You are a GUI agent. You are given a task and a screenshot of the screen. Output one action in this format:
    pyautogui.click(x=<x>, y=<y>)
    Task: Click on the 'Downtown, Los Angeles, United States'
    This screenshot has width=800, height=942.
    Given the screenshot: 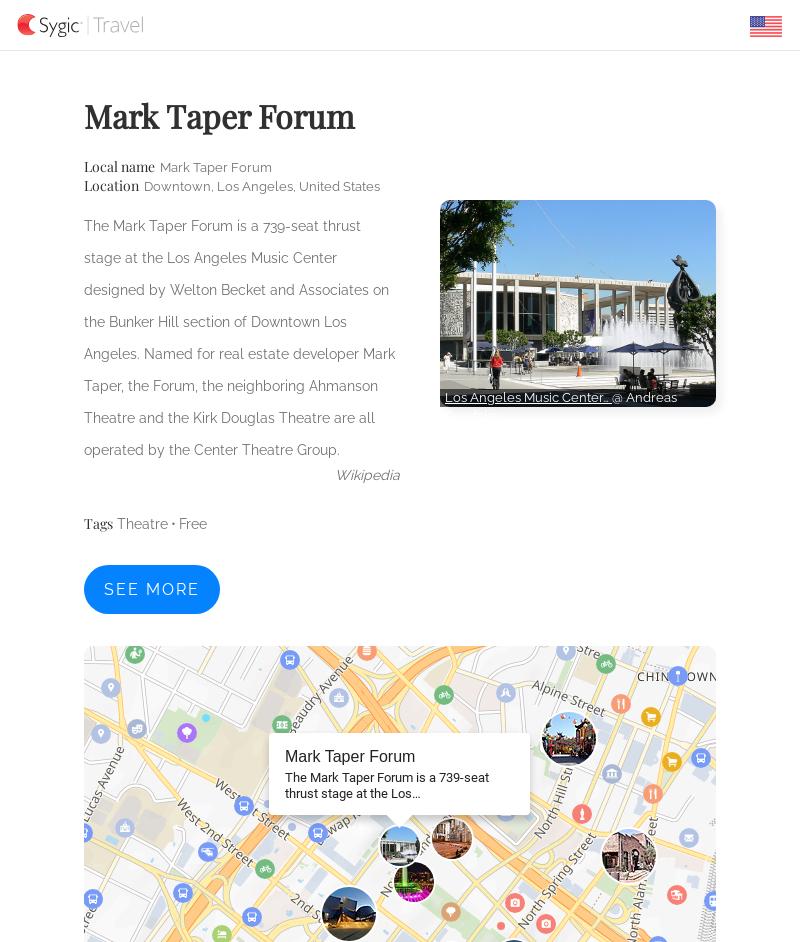 What is the action you would take?
    pyautogui.click(x=261, y=185)
    